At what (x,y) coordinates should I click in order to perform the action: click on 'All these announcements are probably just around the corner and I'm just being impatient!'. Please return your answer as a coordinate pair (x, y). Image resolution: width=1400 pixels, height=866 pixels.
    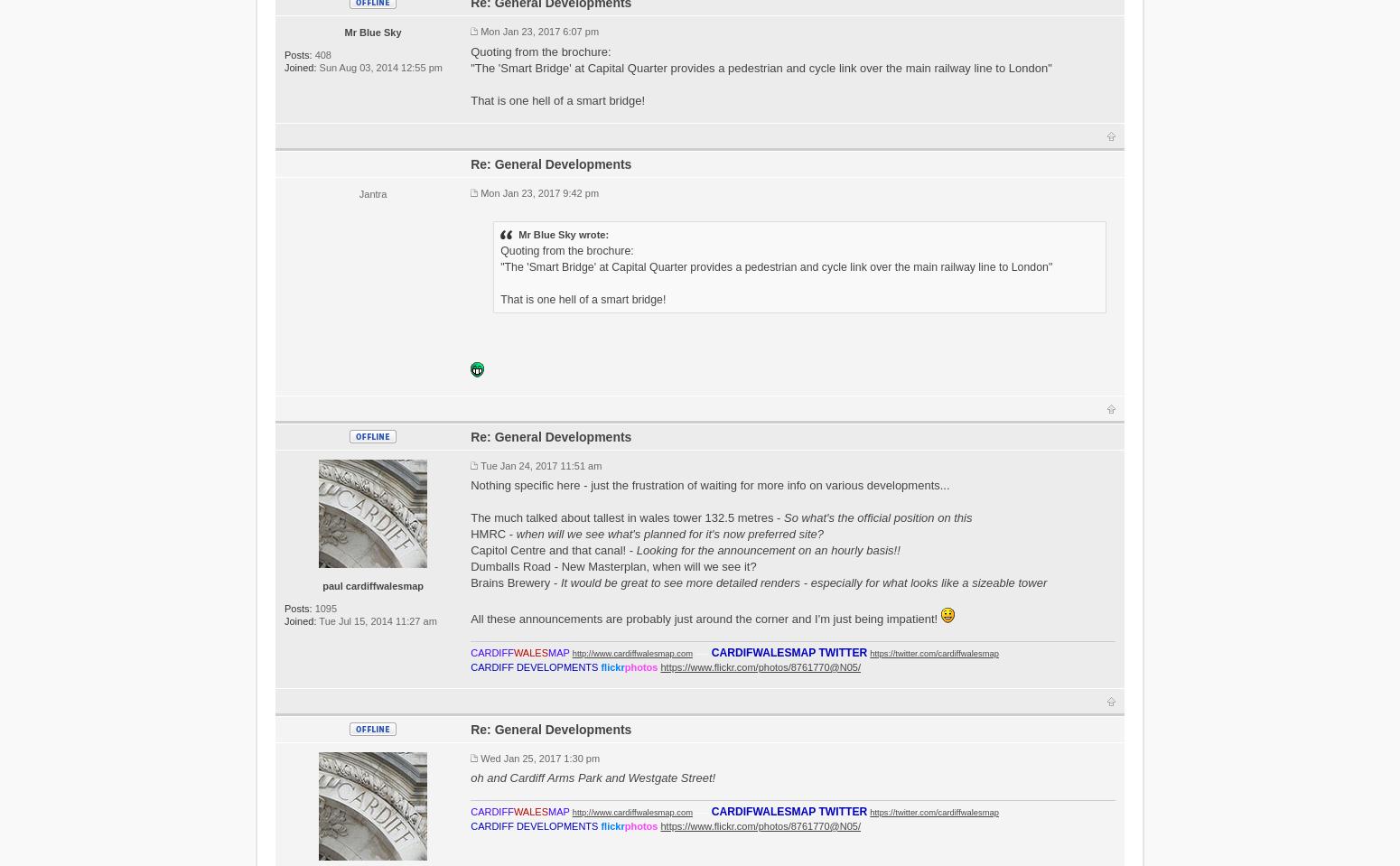
    Looking at the image, I should click on (705, 619).